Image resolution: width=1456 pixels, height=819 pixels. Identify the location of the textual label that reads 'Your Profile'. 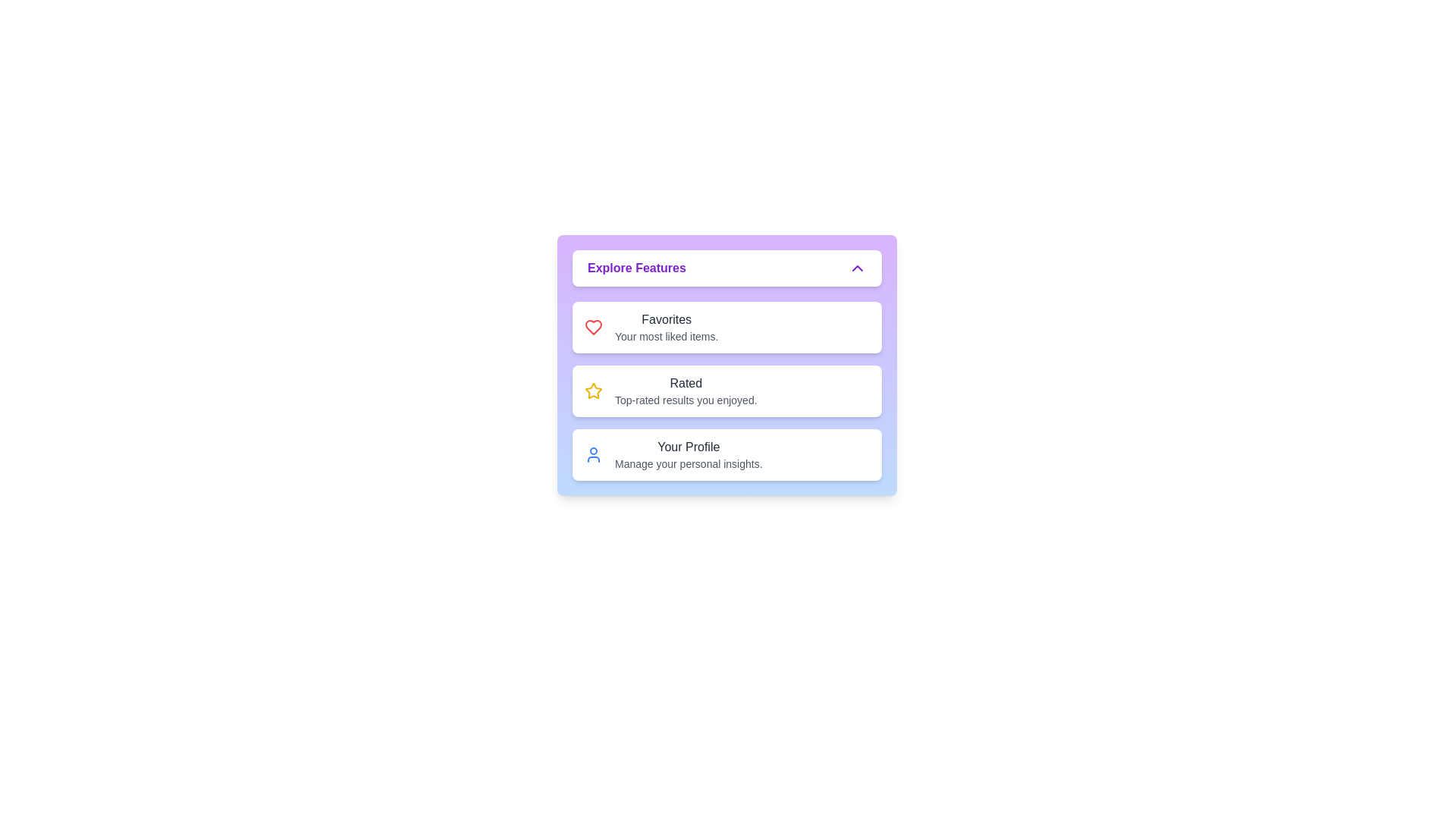
(688, 454).